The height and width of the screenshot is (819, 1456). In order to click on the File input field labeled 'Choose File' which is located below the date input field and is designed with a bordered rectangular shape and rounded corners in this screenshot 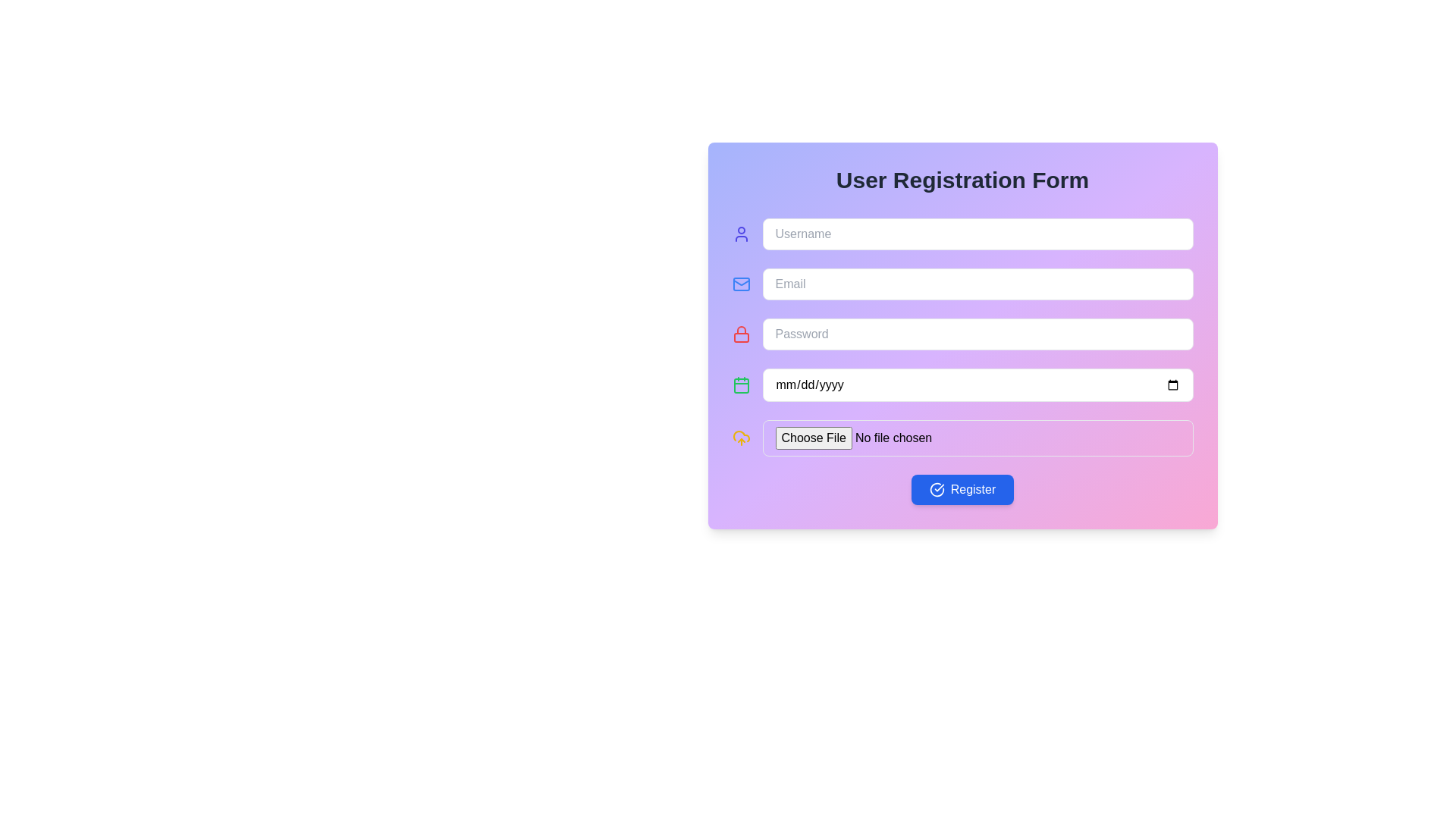, I will do `click(977, 438)`.